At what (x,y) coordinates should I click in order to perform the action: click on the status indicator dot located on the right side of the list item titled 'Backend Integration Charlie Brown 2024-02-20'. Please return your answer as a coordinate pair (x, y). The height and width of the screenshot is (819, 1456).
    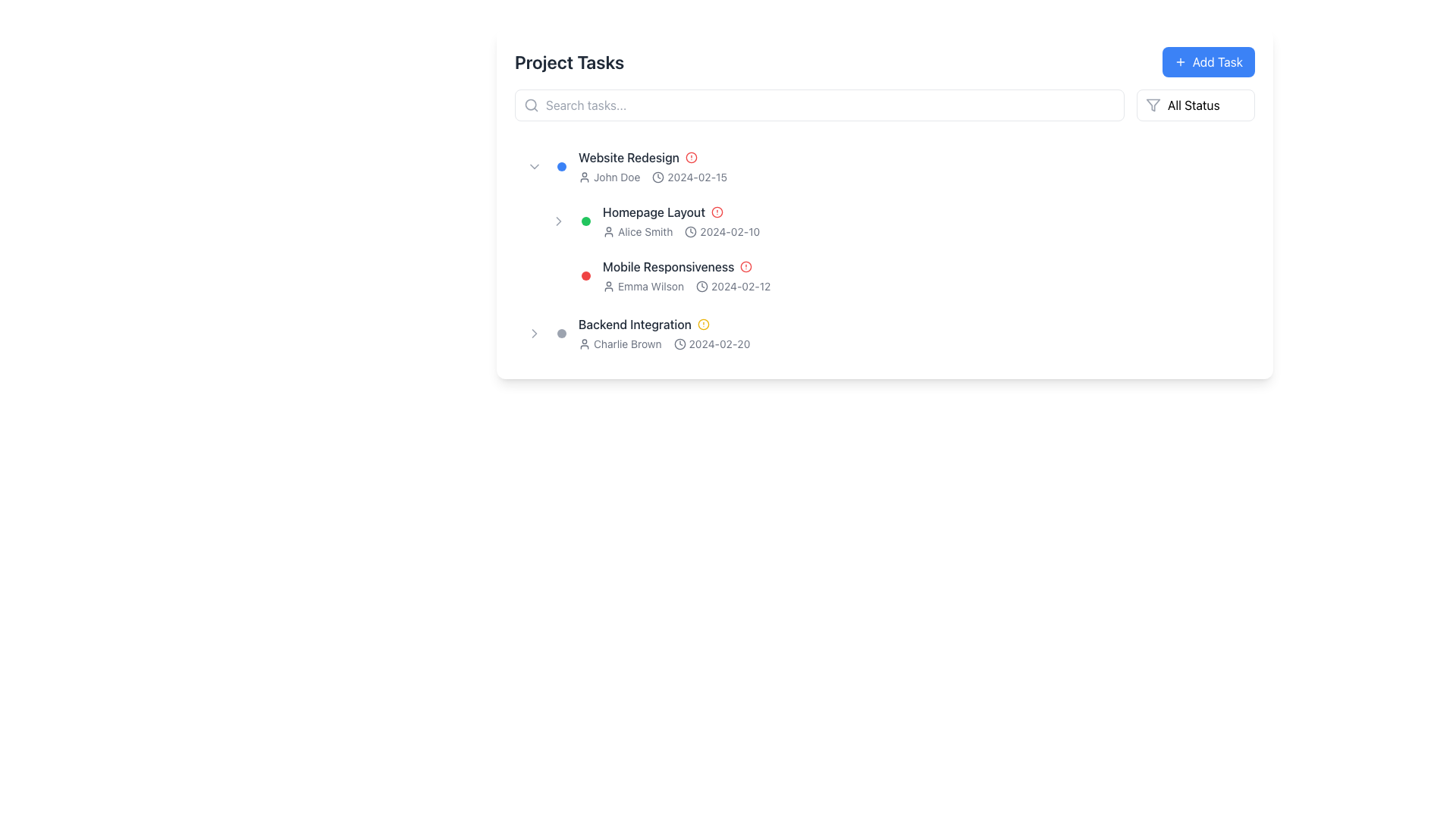
    Looking at the image, I should click on (560, 332).